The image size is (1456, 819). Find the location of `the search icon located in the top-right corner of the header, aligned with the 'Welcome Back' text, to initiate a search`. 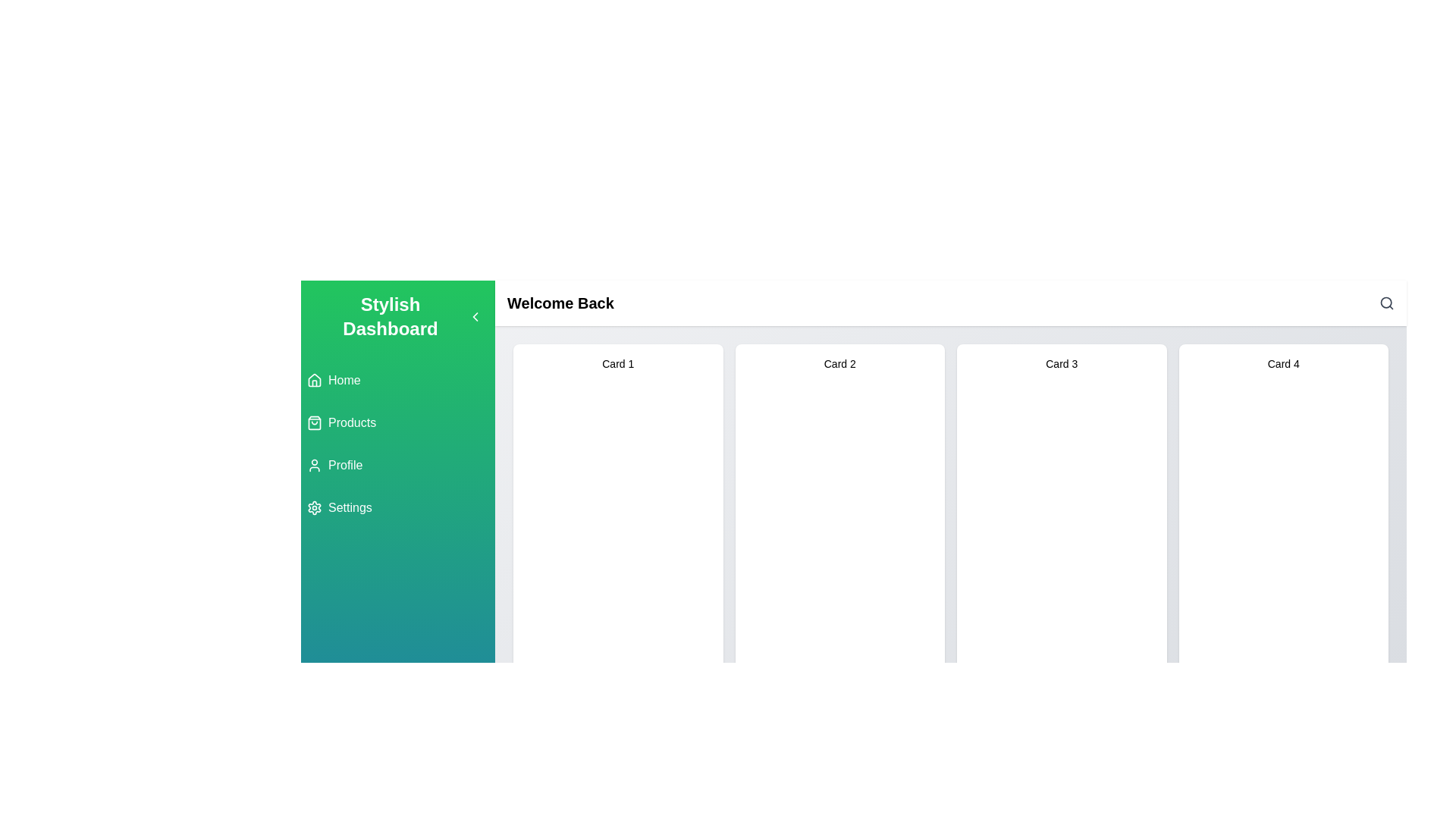

the search icon located in the top-right corner of the header, aligned with the 'Welcome Back' text, to initiate a search is located at coordinates (1386, 303).